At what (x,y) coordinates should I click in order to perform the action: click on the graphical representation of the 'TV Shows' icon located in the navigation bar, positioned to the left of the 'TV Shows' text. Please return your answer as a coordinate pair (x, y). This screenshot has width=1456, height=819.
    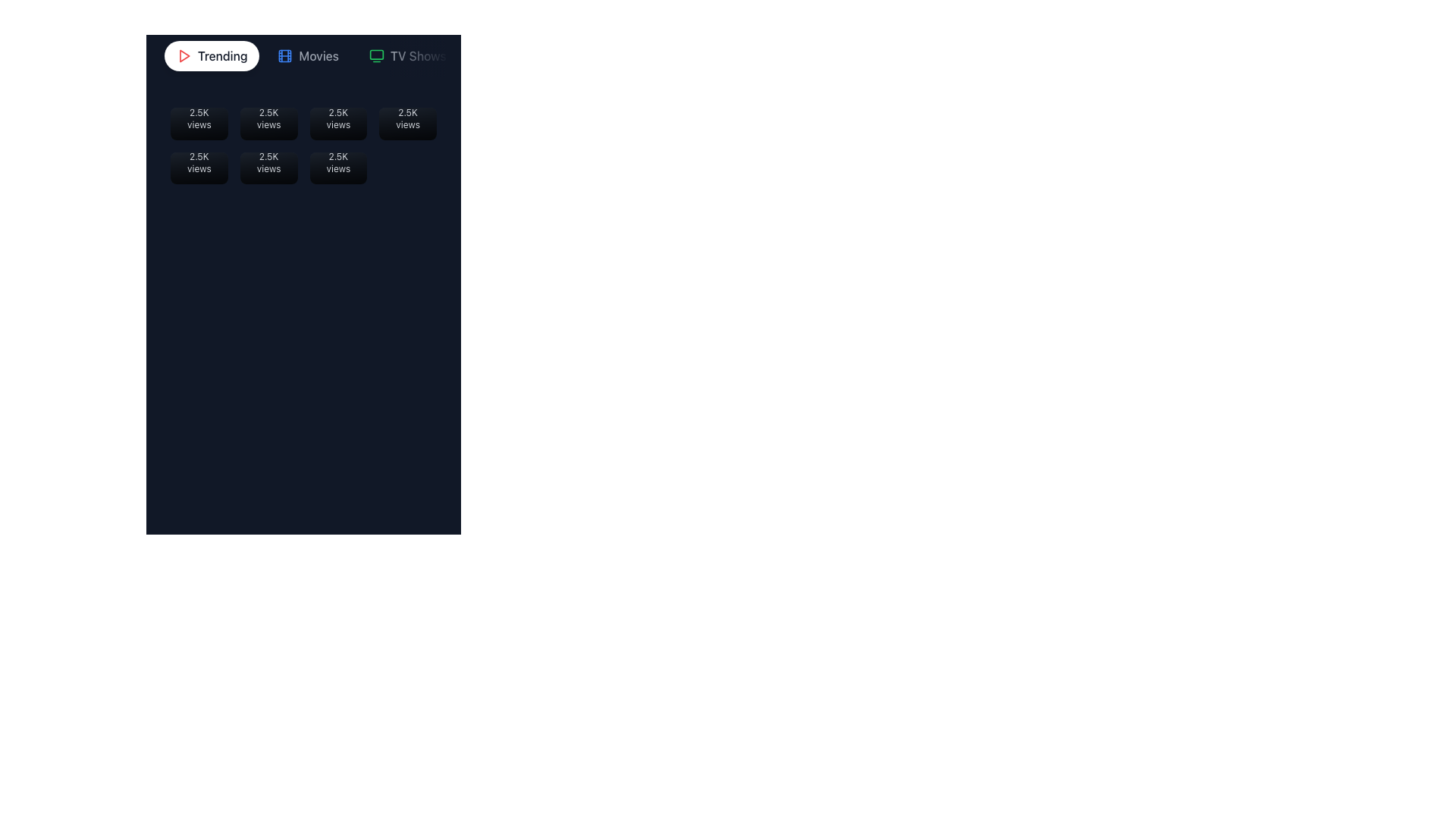
    Looking at the image, I should click on (376, 55).